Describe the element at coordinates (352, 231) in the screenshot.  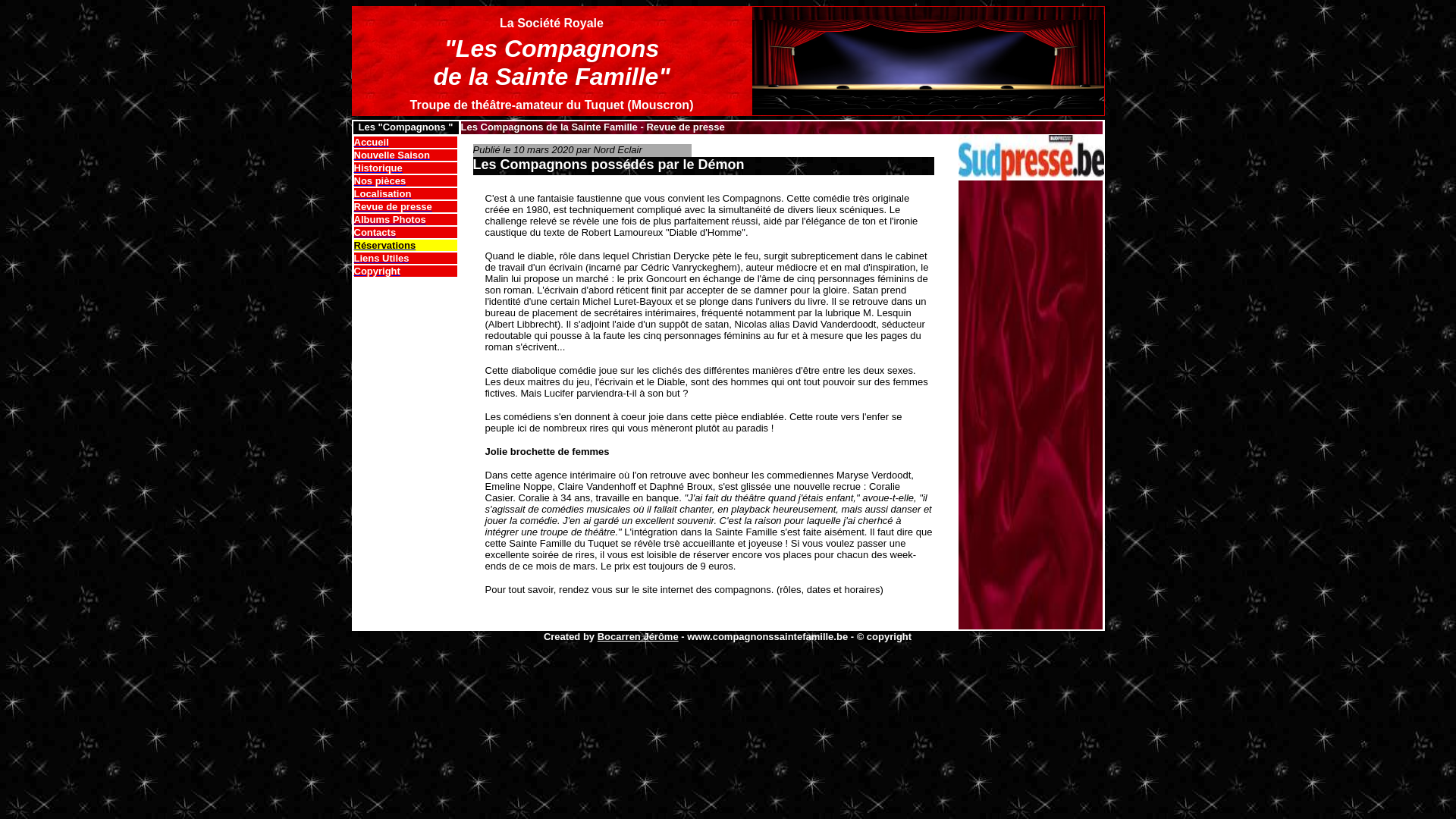
I see `'Contacts'` at that location.